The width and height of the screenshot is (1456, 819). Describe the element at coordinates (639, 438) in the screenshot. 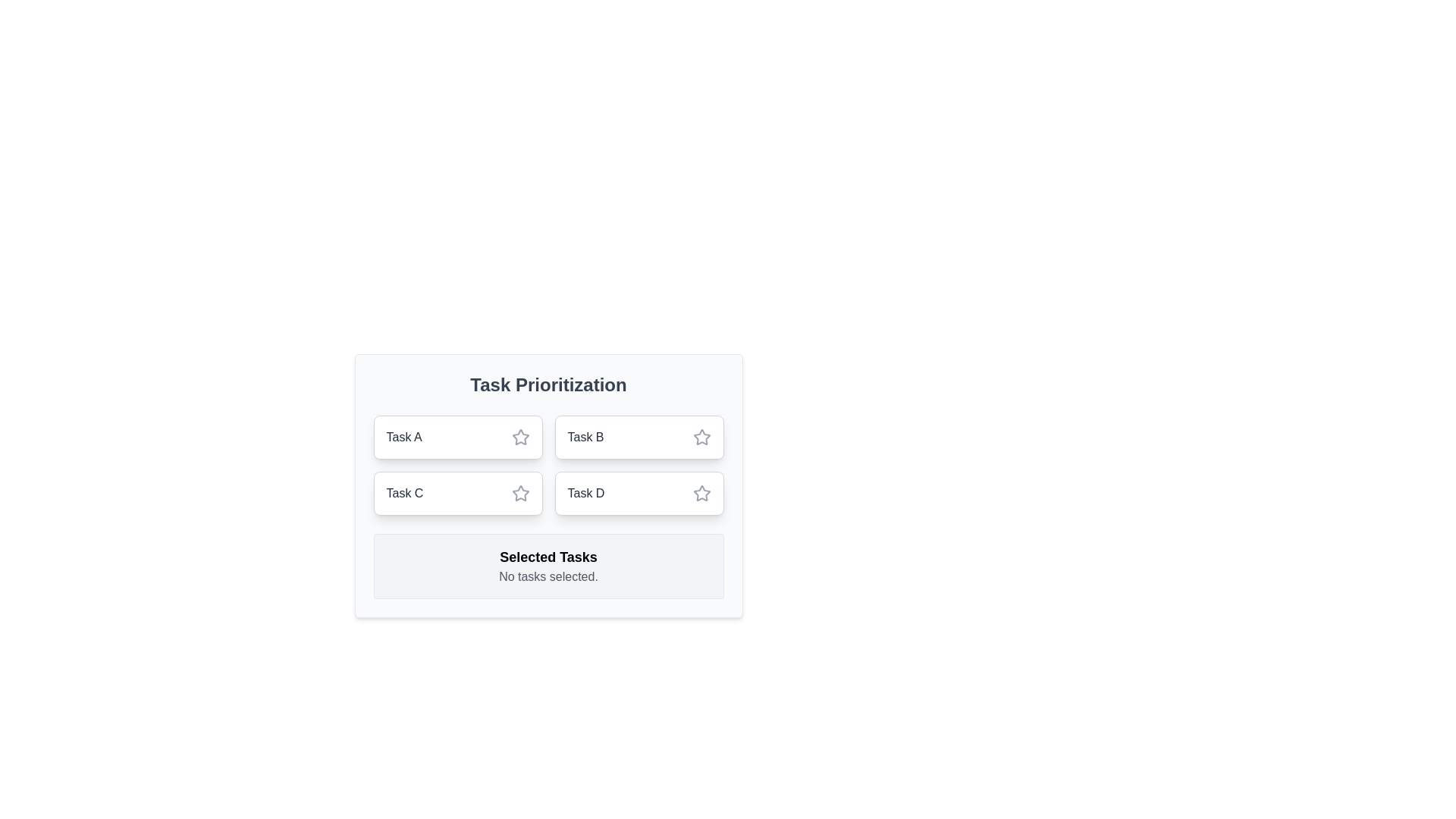

I see `the task Task B by clicking on its chip` at that location.